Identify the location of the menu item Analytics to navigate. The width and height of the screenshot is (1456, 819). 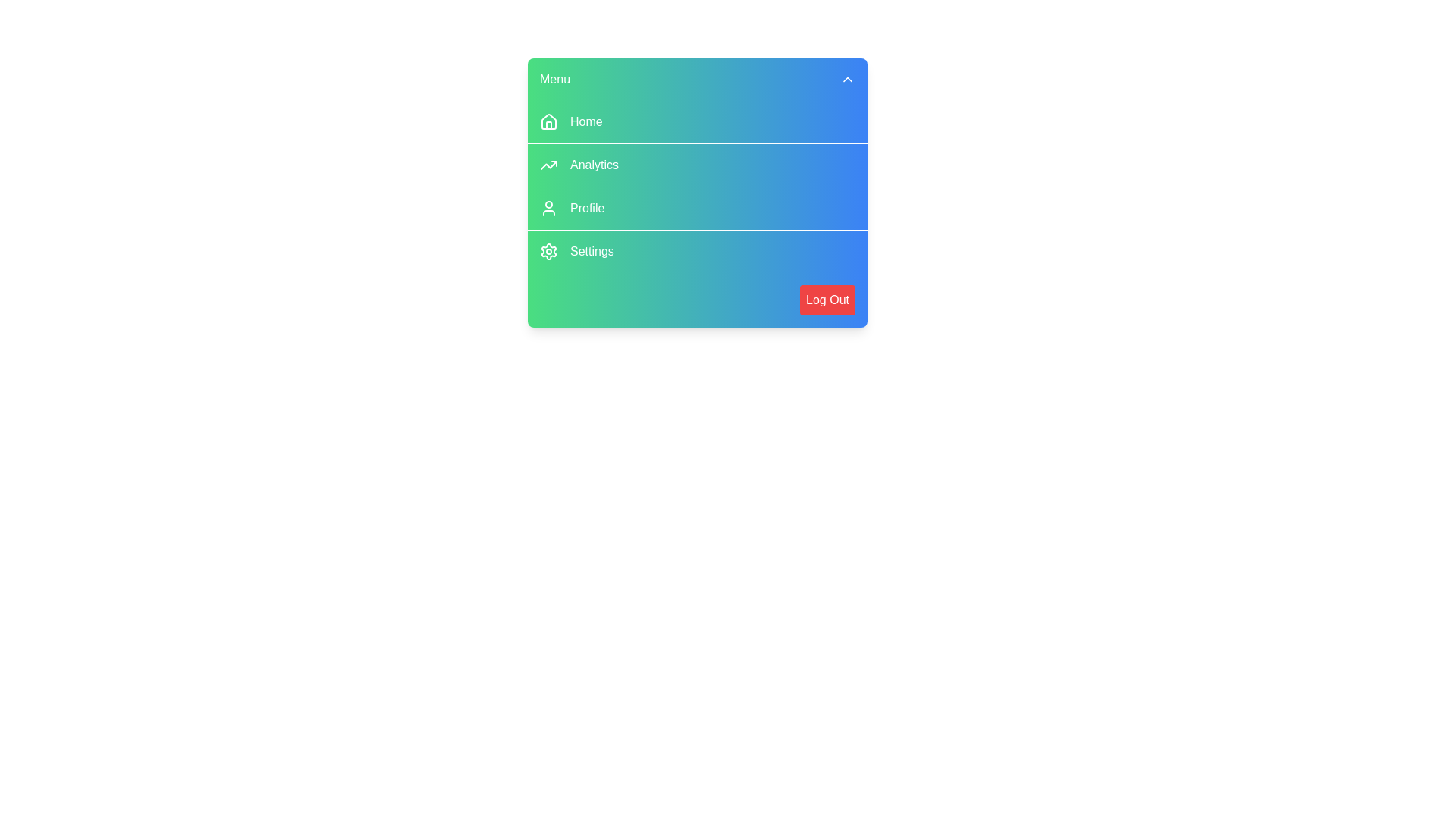
(697, 165).